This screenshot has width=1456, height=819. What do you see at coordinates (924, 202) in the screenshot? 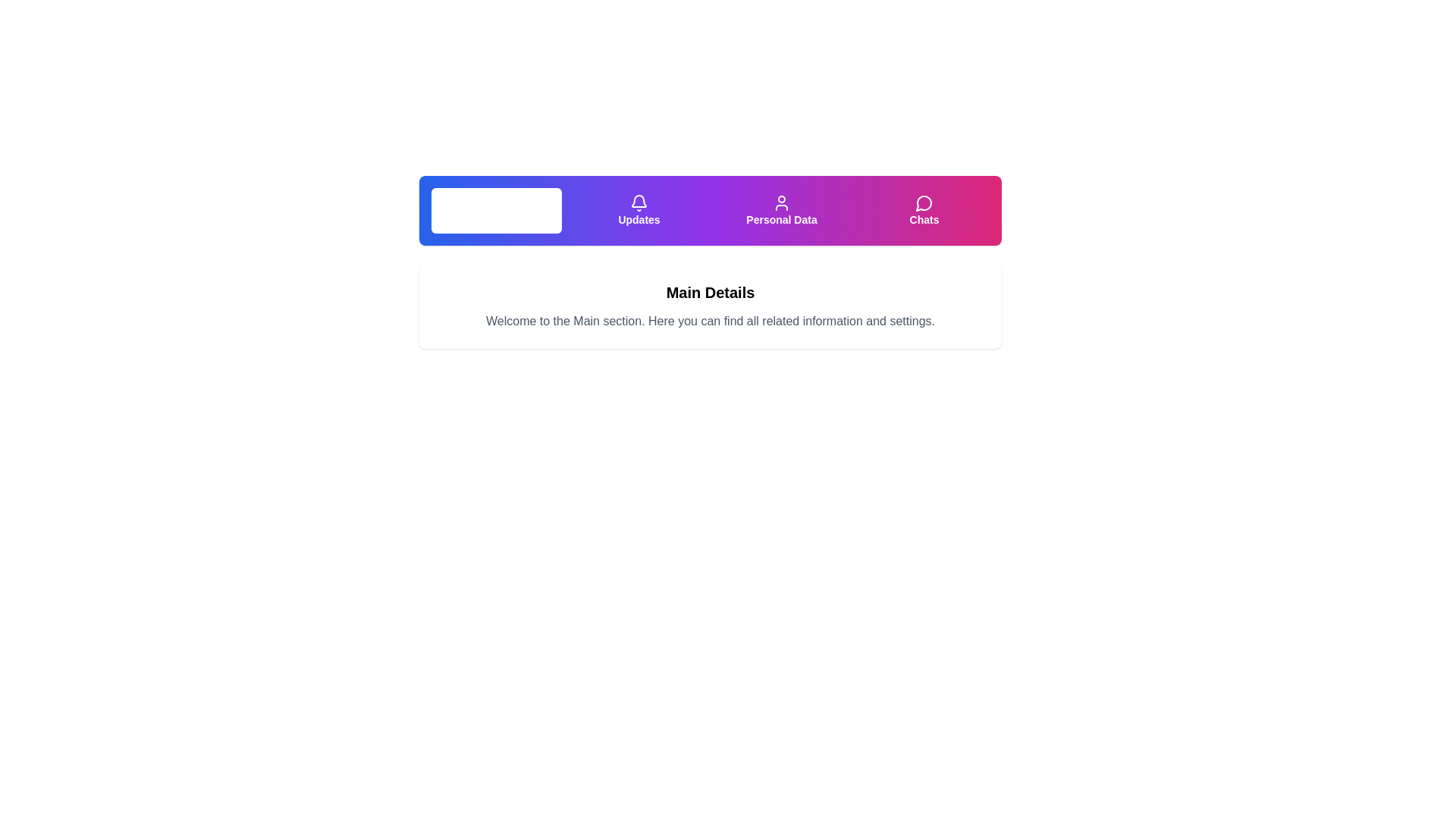
I see `the circular speech bubble icon with a gradient purplish shade, located on the rightmost side of the navigation bar` at bounding box center [924, 202].